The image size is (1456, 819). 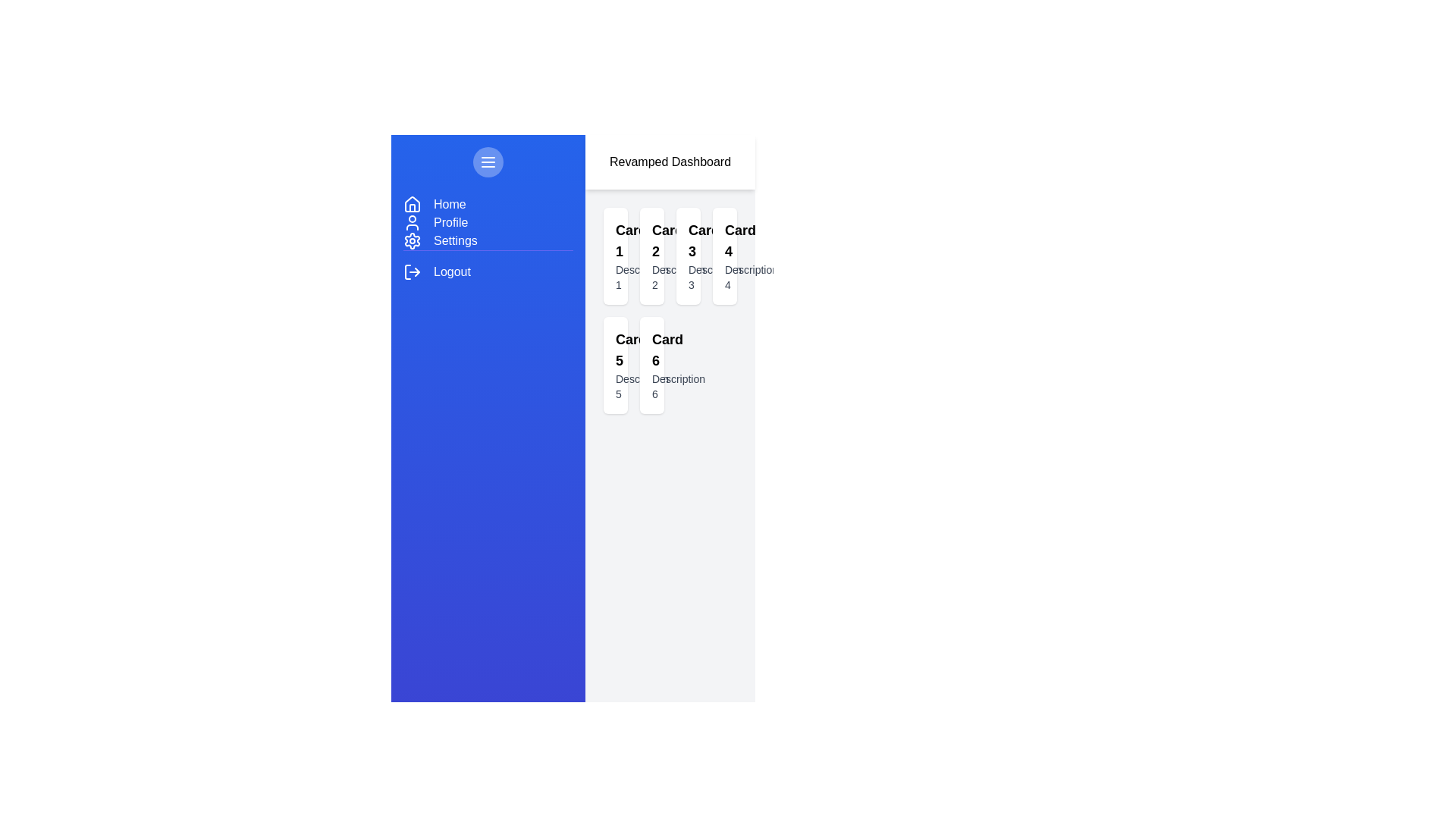 What do you see at coordinates (615, 256) in the screenshot?
I see `the first card titled 'Card 1' in the top-left corner of the 2x3 grid layout, which is visually distinct with a white background and rounded corners` at bounding box center [615, 256].